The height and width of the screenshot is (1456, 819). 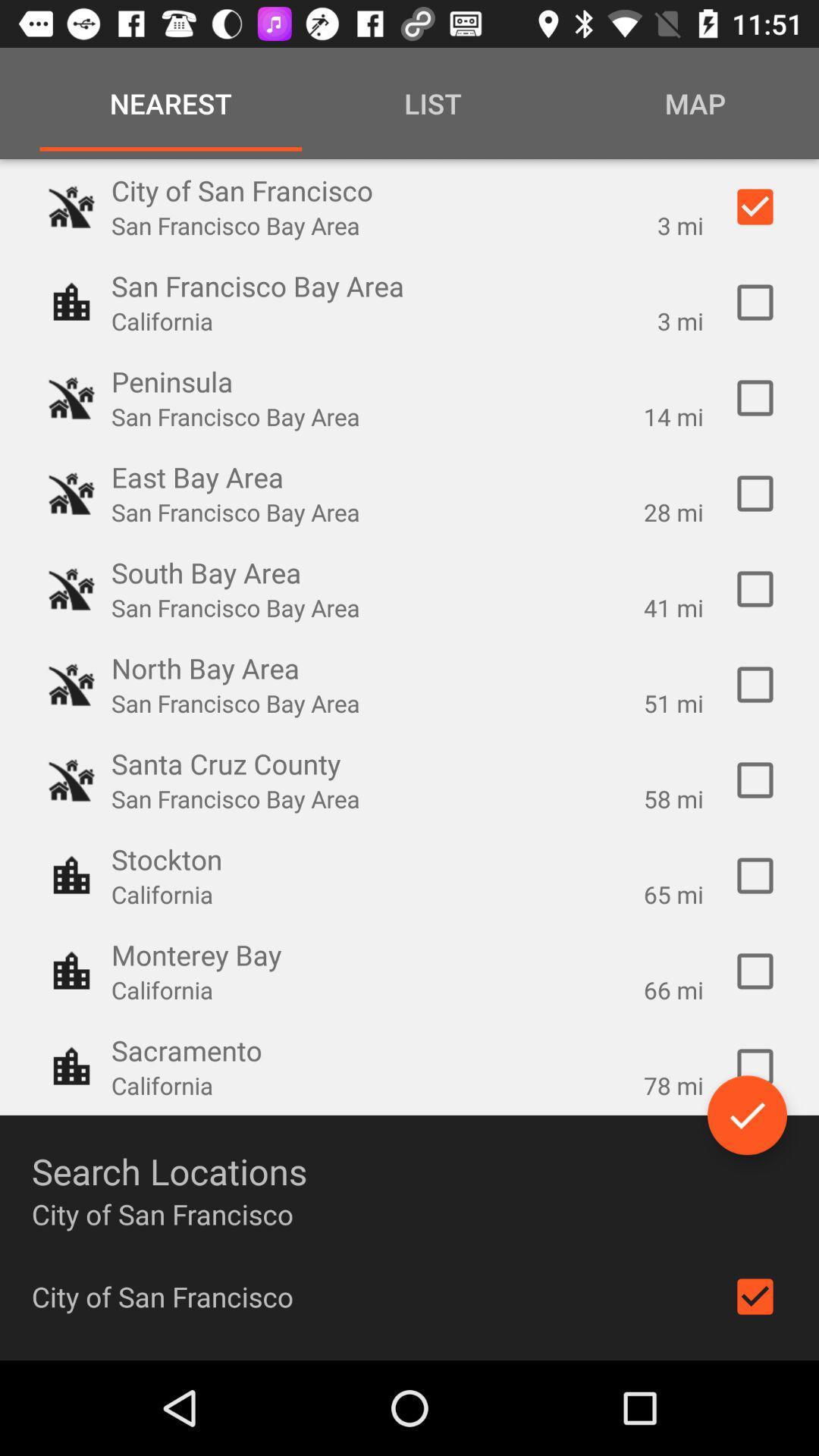 I want to click on stockton city, so click(x=755, y=876).